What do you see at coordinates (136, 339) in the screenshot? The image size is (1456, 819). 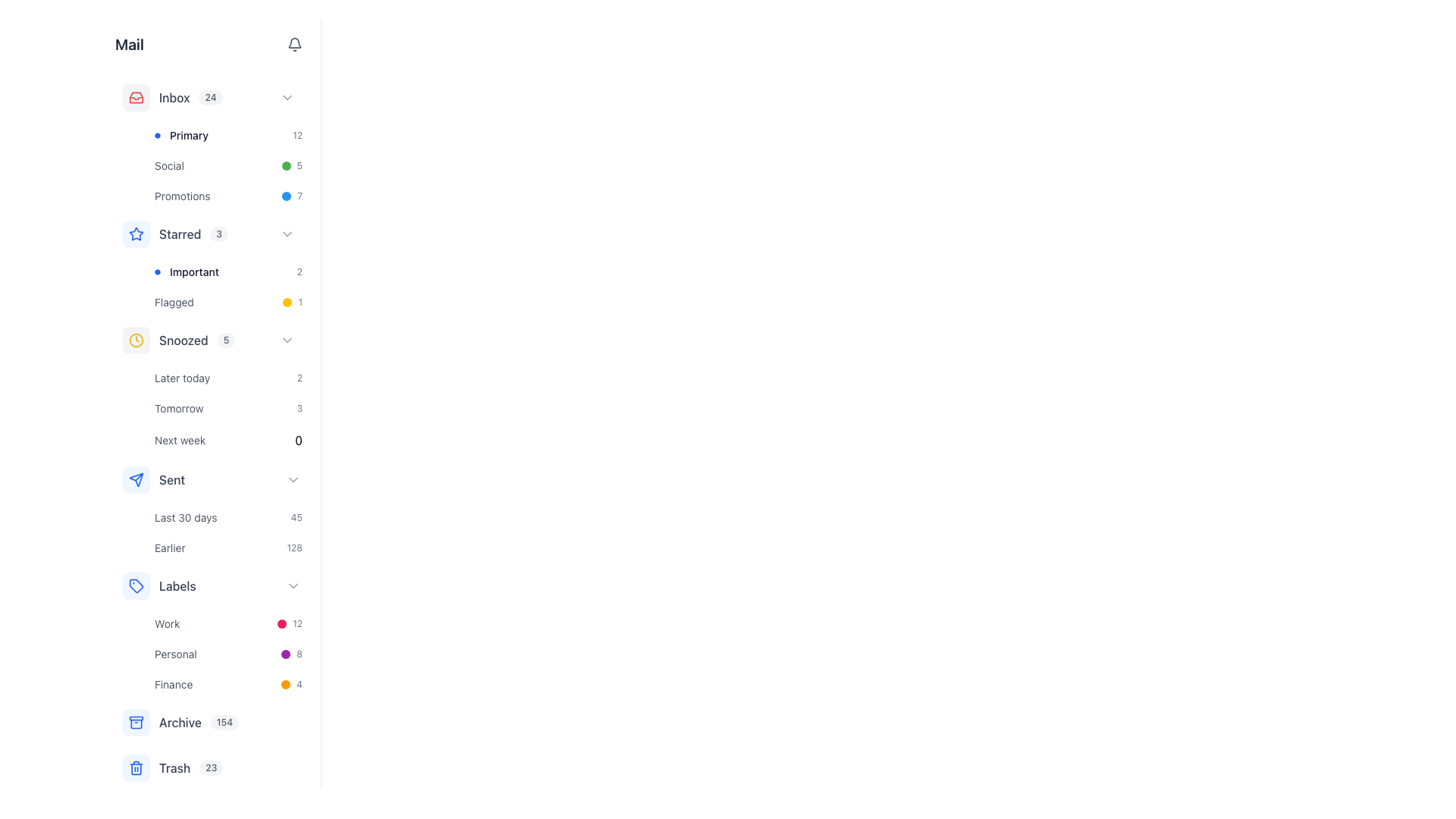 I see `the circular clock icon with a yellow outline located in the 'Snoozed' section of the sidebar` at bounding box center [136, 339].